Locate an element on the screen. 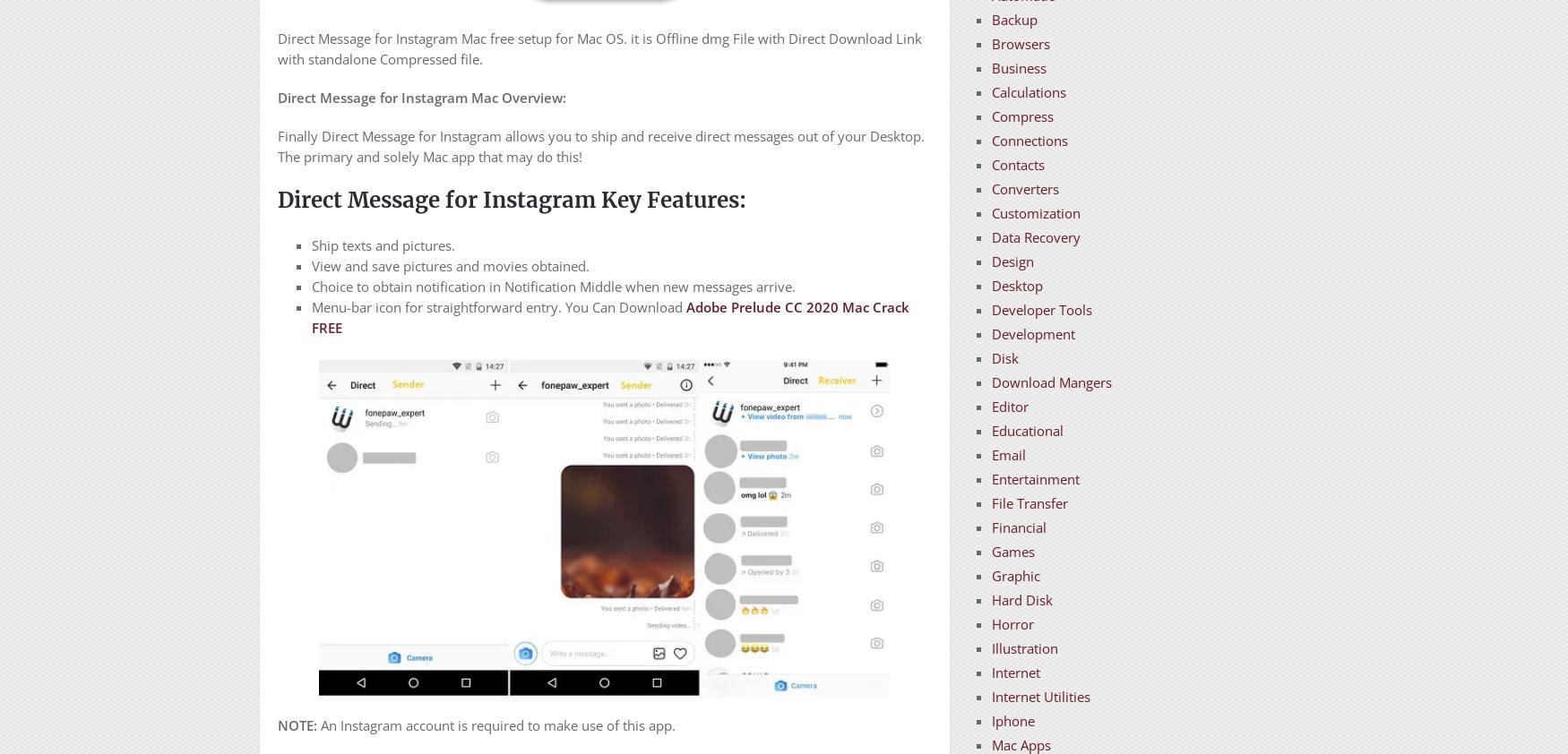 This screenshot has width=1568, height=754. 'Direct Message for Instagram Mac free setup for Mac OS. it is Offline dmg File with Direct Download Link with standalone Compressed file.' is located at coordinates (599, 47).